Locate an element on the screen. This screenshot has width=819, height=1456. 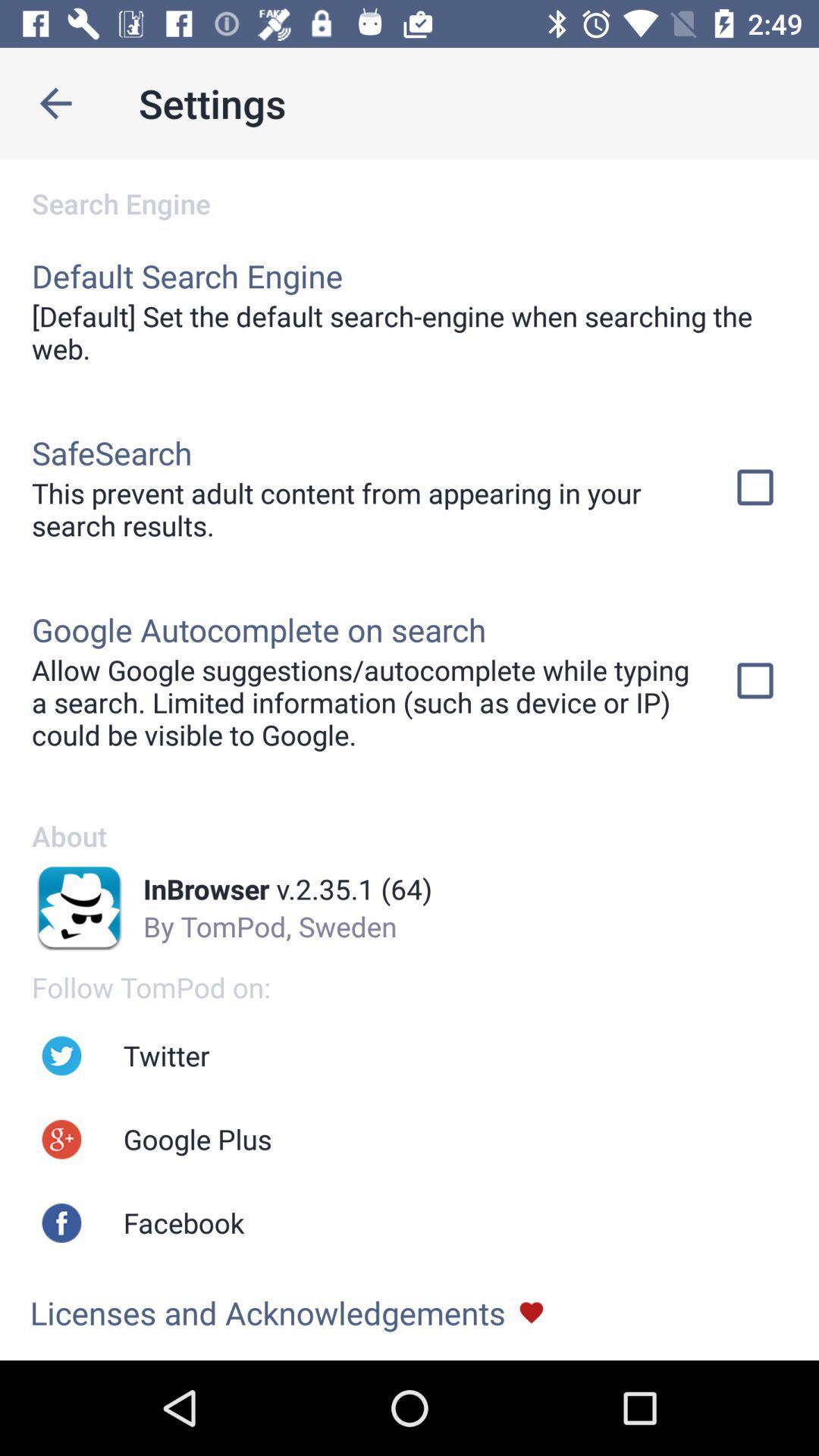
the twitter is located at coordinates (166, 1055).